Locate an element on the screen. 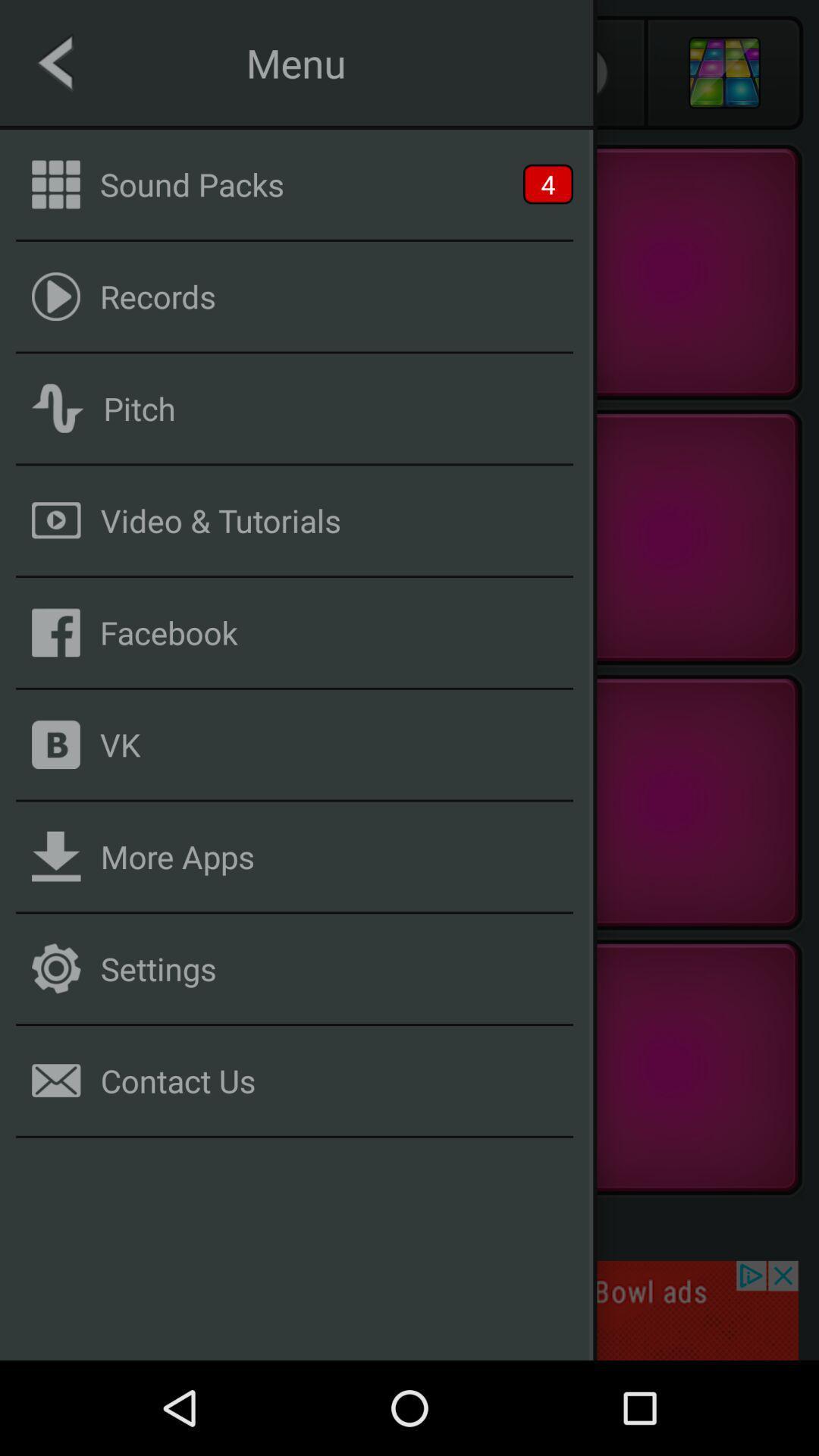  the pic on top right is located at coordinates (723, 72).